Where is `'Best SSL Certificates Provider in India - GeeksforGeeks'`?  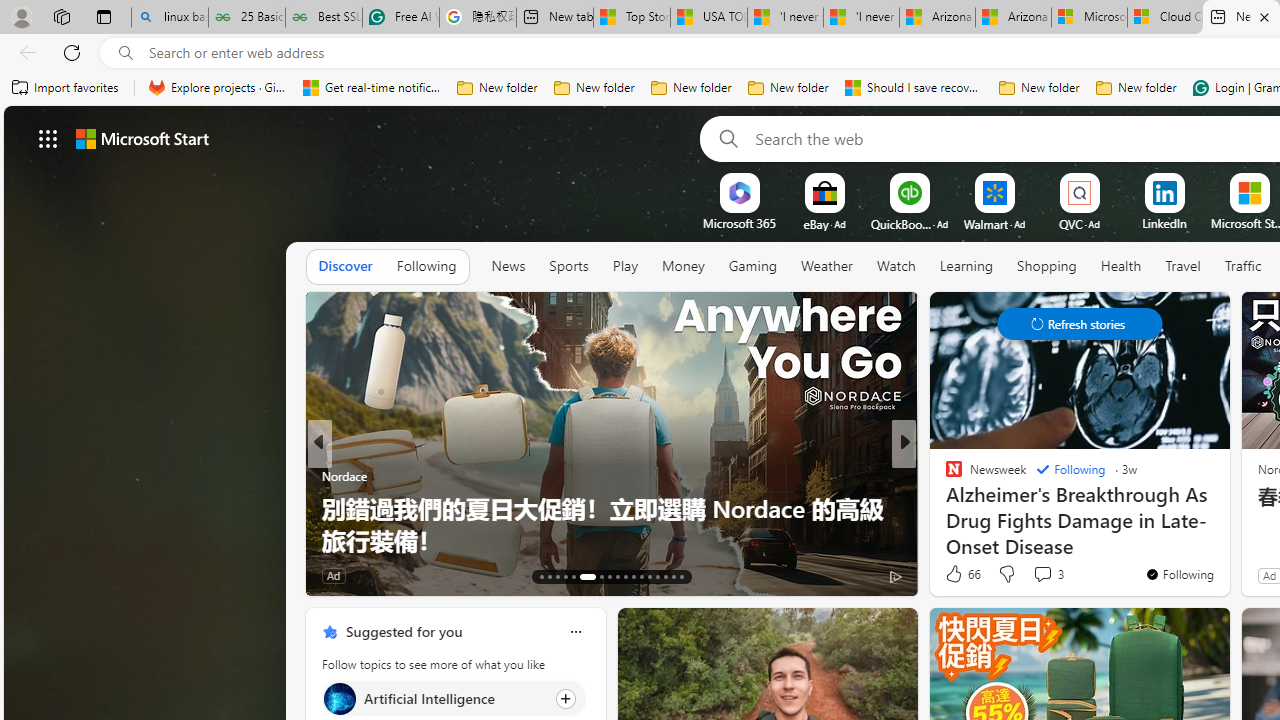 'Best SSL Certificates Provider in India - GeeksforGeeks' is located at coordinates (323, 17).